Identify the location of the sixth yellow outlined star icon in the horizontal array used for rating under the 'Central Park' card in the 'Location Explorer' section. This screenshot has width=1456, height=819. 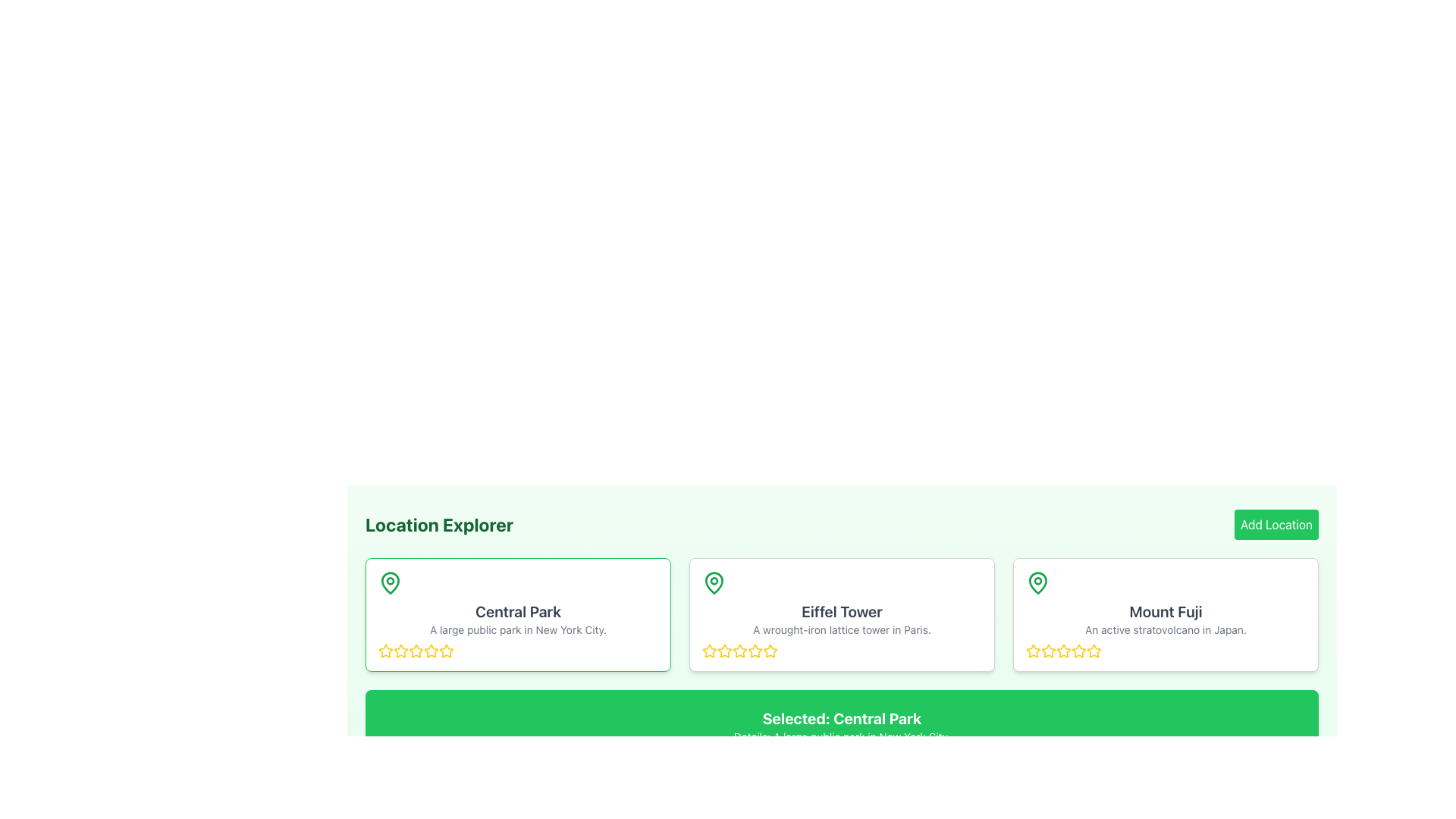
(446, 651).